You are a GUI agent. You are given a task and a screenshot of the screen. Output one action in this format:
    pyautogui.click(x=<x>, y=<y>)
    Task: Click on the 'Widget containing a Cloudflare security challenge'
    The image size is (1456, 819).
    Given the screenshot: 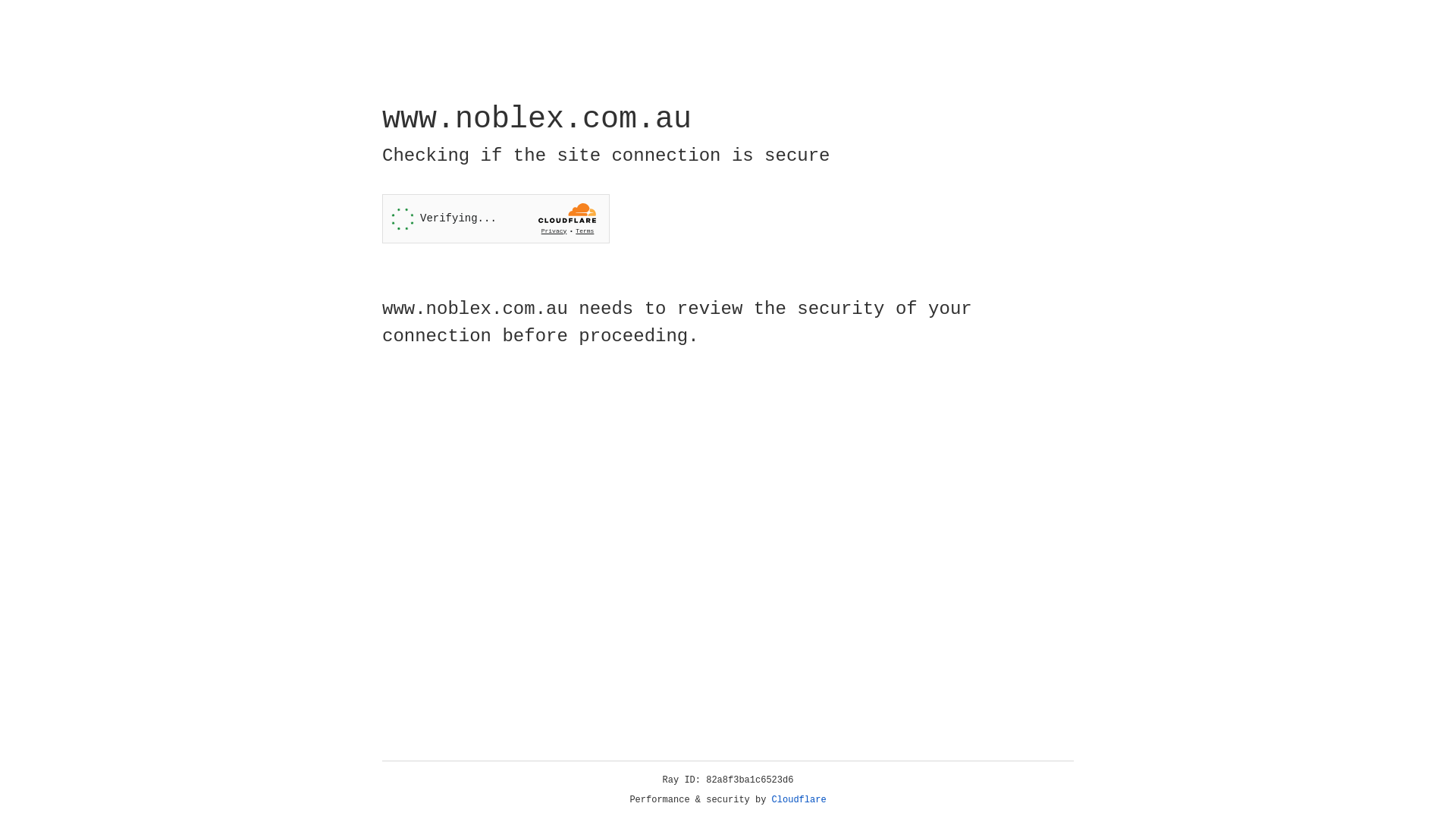 What is the action you would take?
    pyautogui.click(x=495, y=218)
    